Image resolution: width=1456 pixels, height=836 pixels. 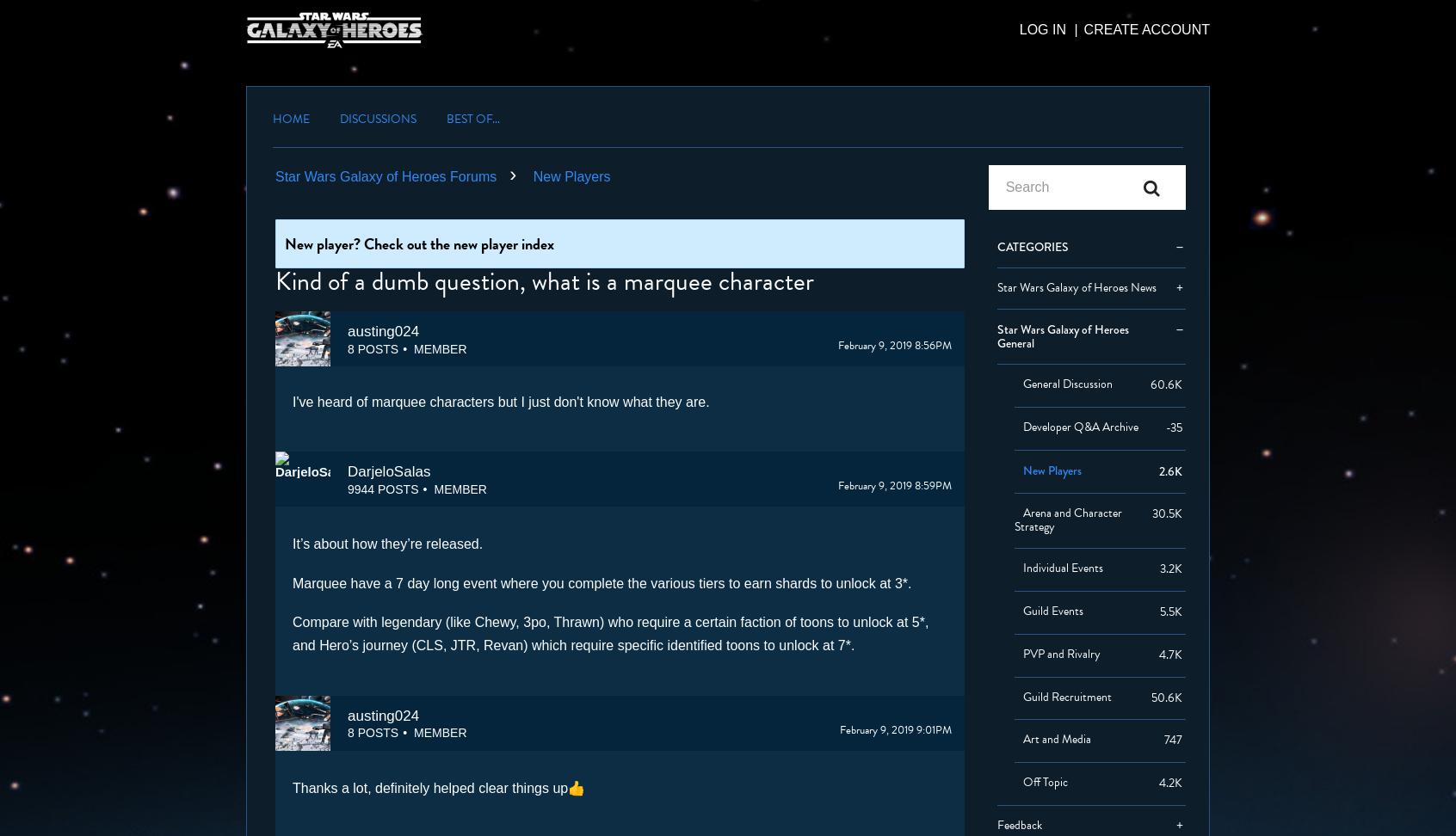 What do you see at coordinates (438, 787) in the screenshot?
I see `'Thanks a lot, definitely helped clear things up👍'` at bounding box center [438, 787].